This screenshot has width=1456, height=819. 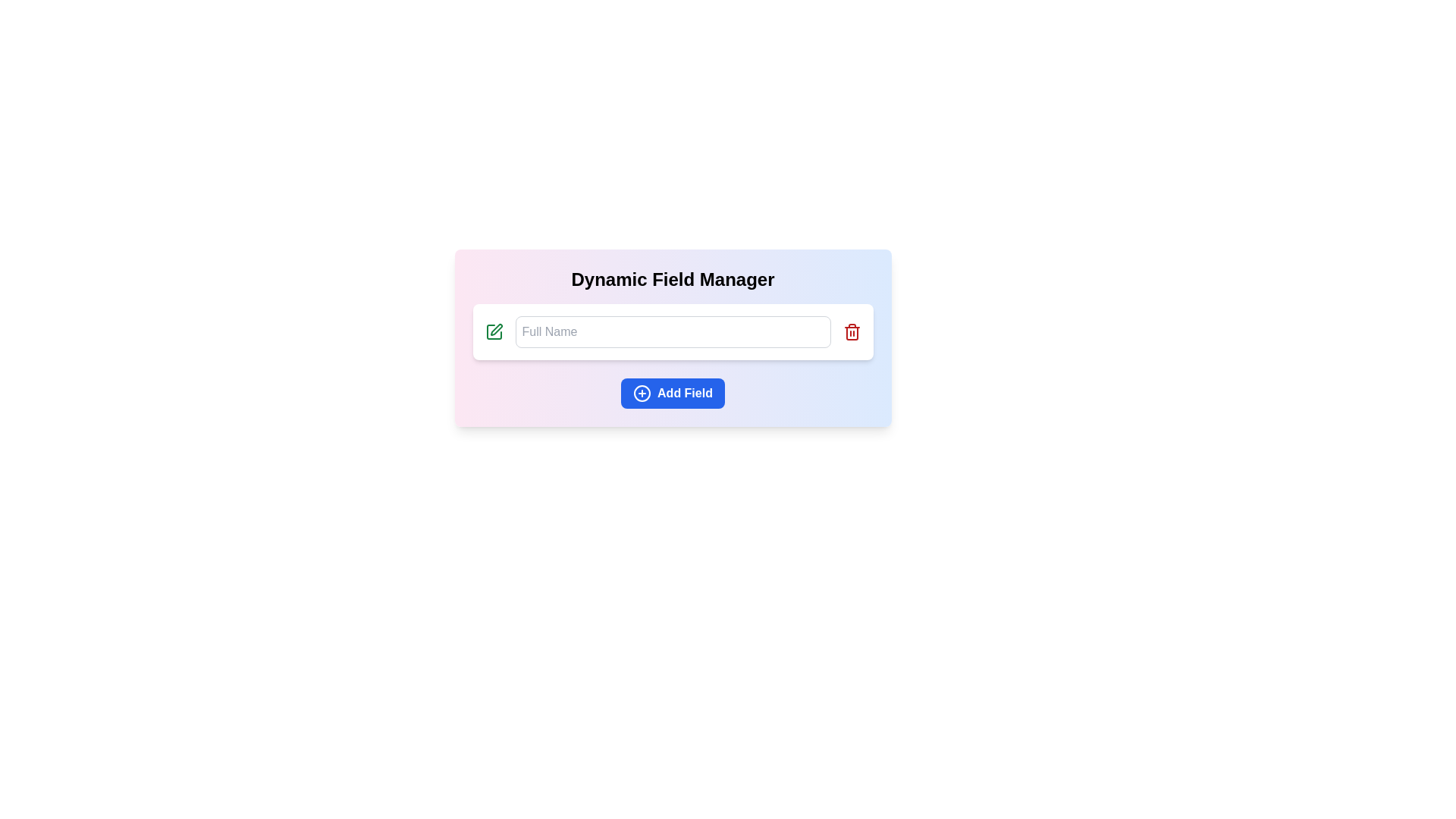 What do you see at coordinates (496, 329) in the screenshot?
I see `the Edit Icon button, which is a pen-shaped icon within a square outline, styled in green and located on the left side of the input field for 'Full Name'` at bounding box center [496, 329].